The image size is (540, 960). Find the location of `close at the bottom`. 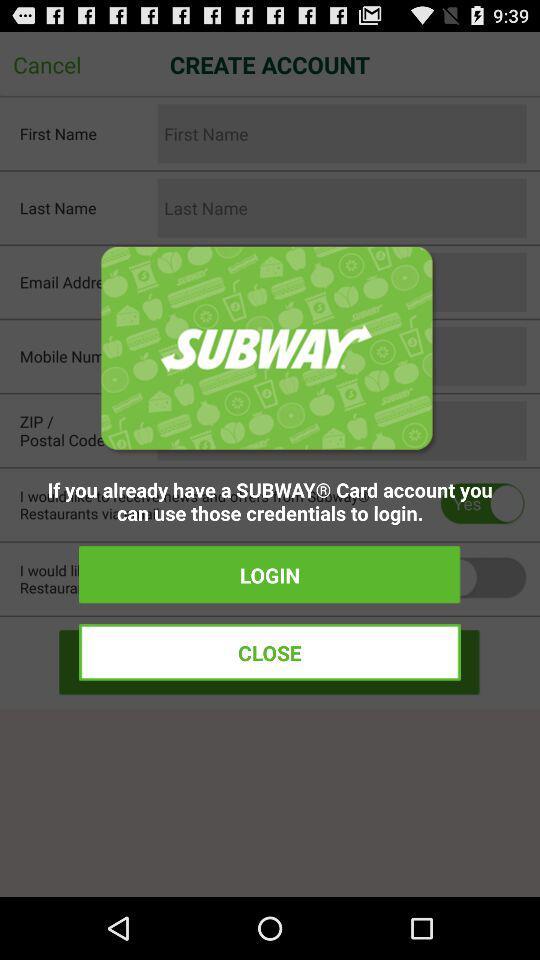

close at the bottom is located at coordinates (270, 651).